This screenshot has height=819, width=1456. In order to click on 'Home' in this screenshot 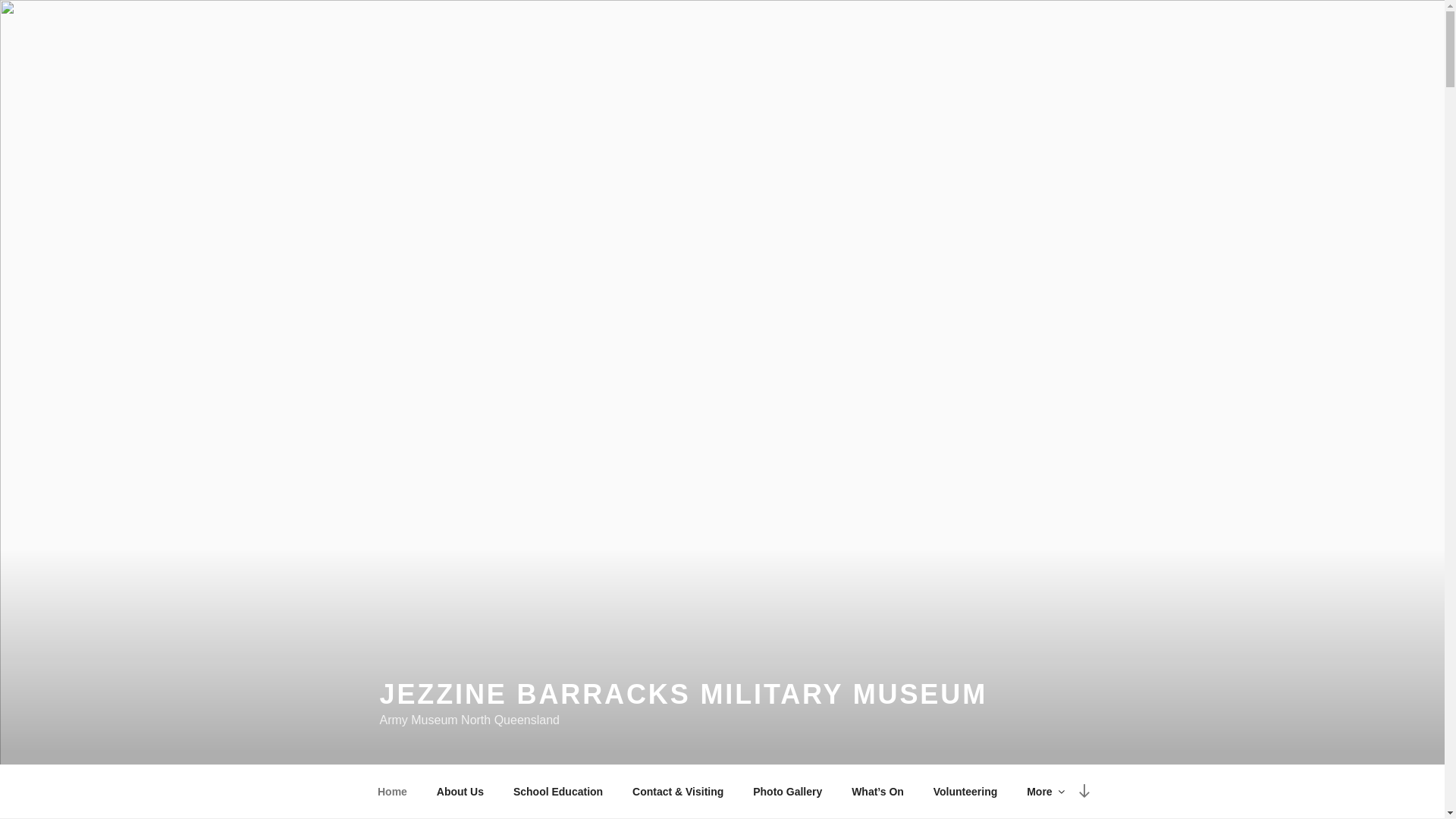, I will do `click(392, 791)`.